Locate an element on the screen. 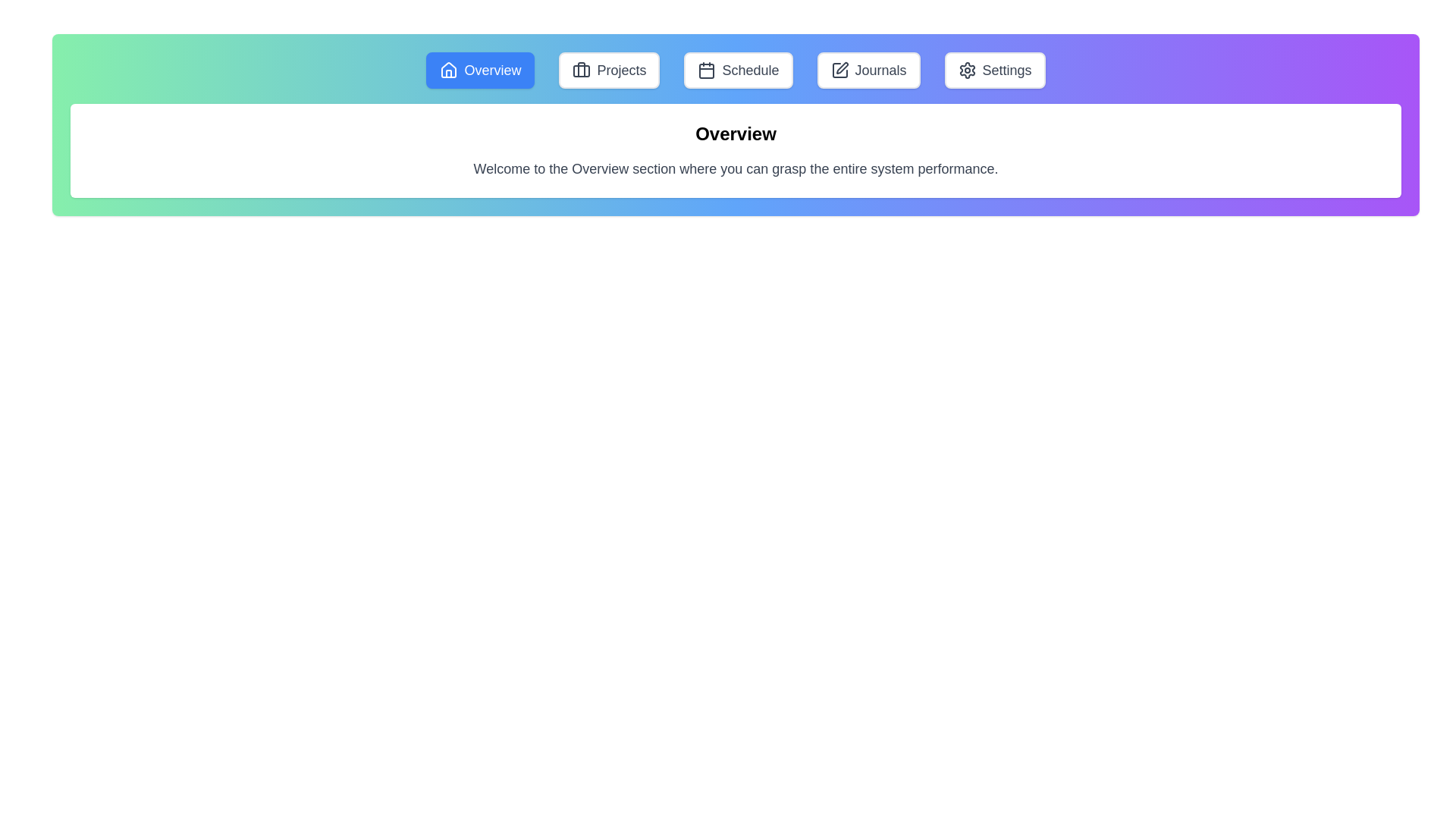  the rightmost navigation button in the navigation bar is located at coordinates (995, 70).